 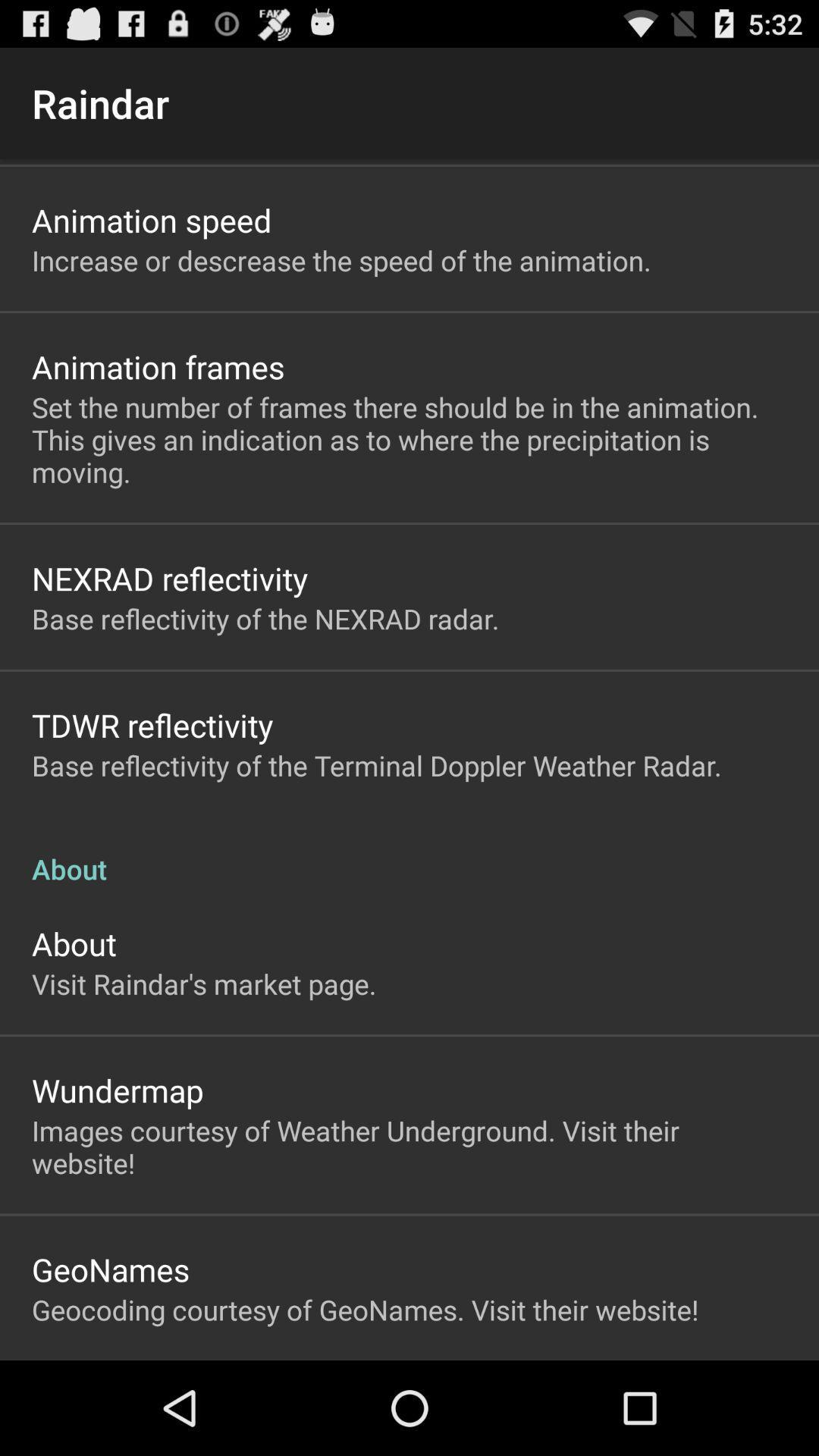 What do you see at coordinates (409, 438) in the screenshot?
I see `app above the nexrad reflectivity` at bounding box center [409, 438].